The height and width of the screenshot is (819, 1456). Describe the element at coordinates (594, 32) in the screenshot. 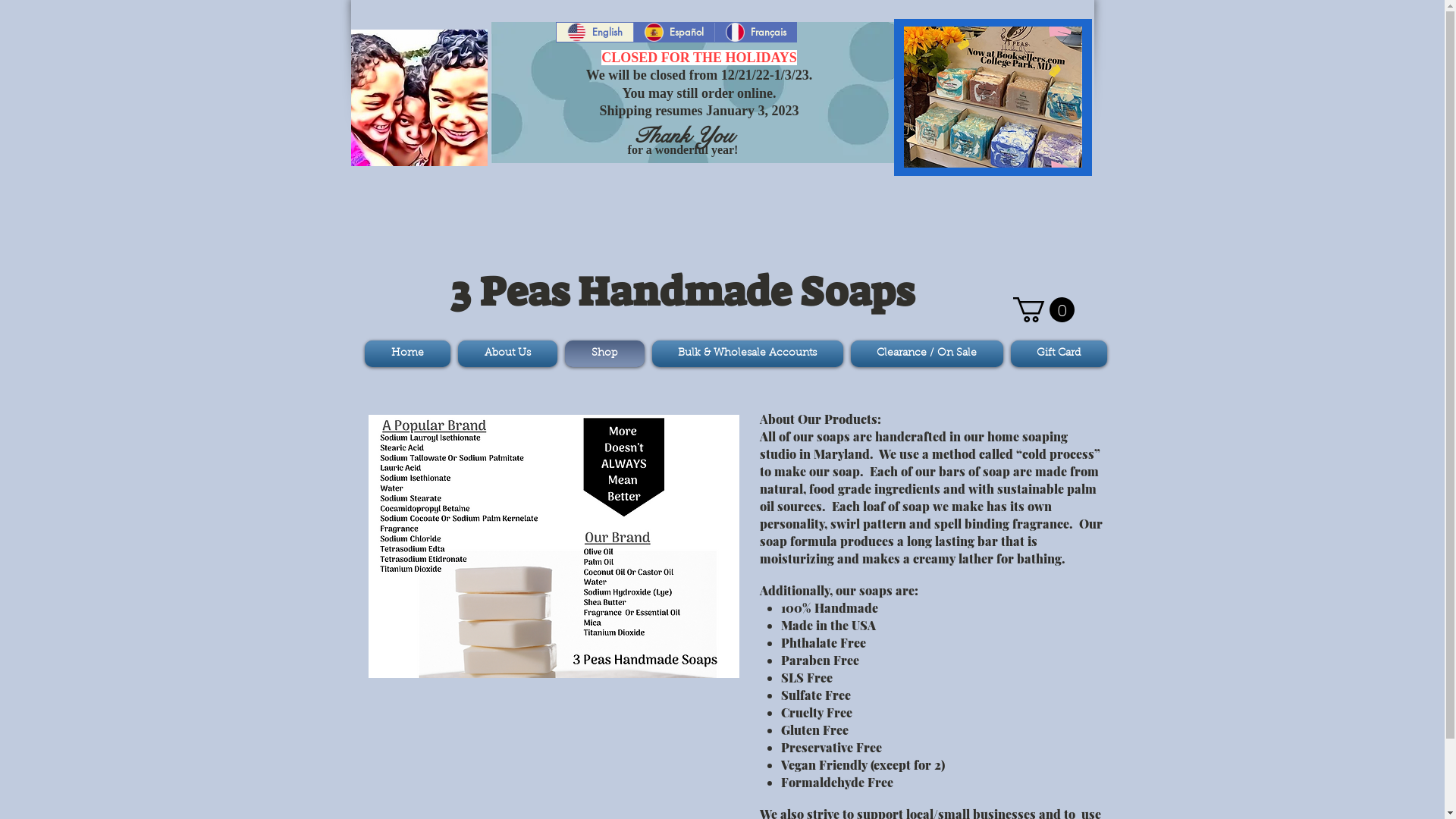

I see `'English'` at that location.